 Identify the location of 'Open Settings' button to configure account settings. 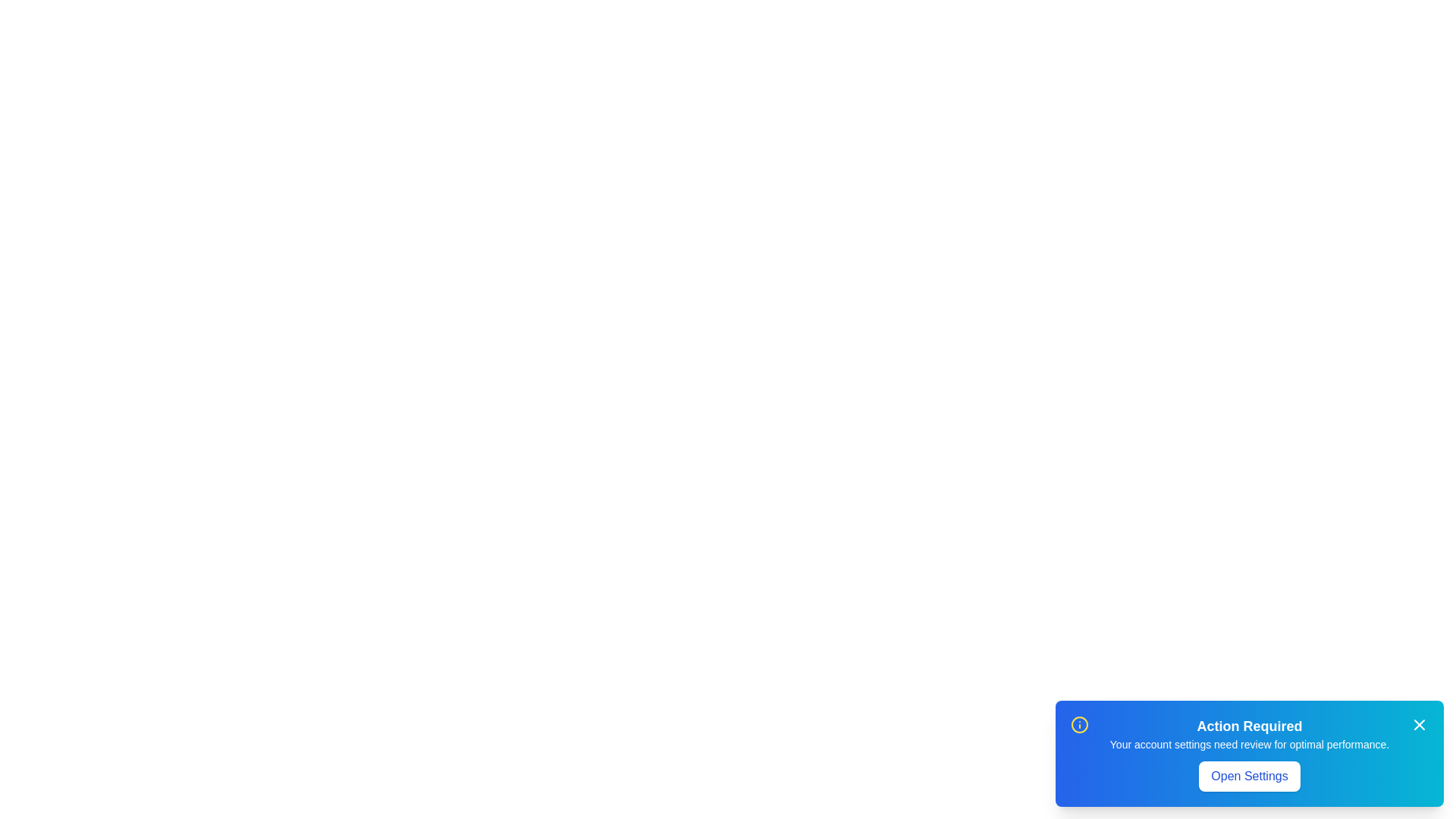
(1249, 776).